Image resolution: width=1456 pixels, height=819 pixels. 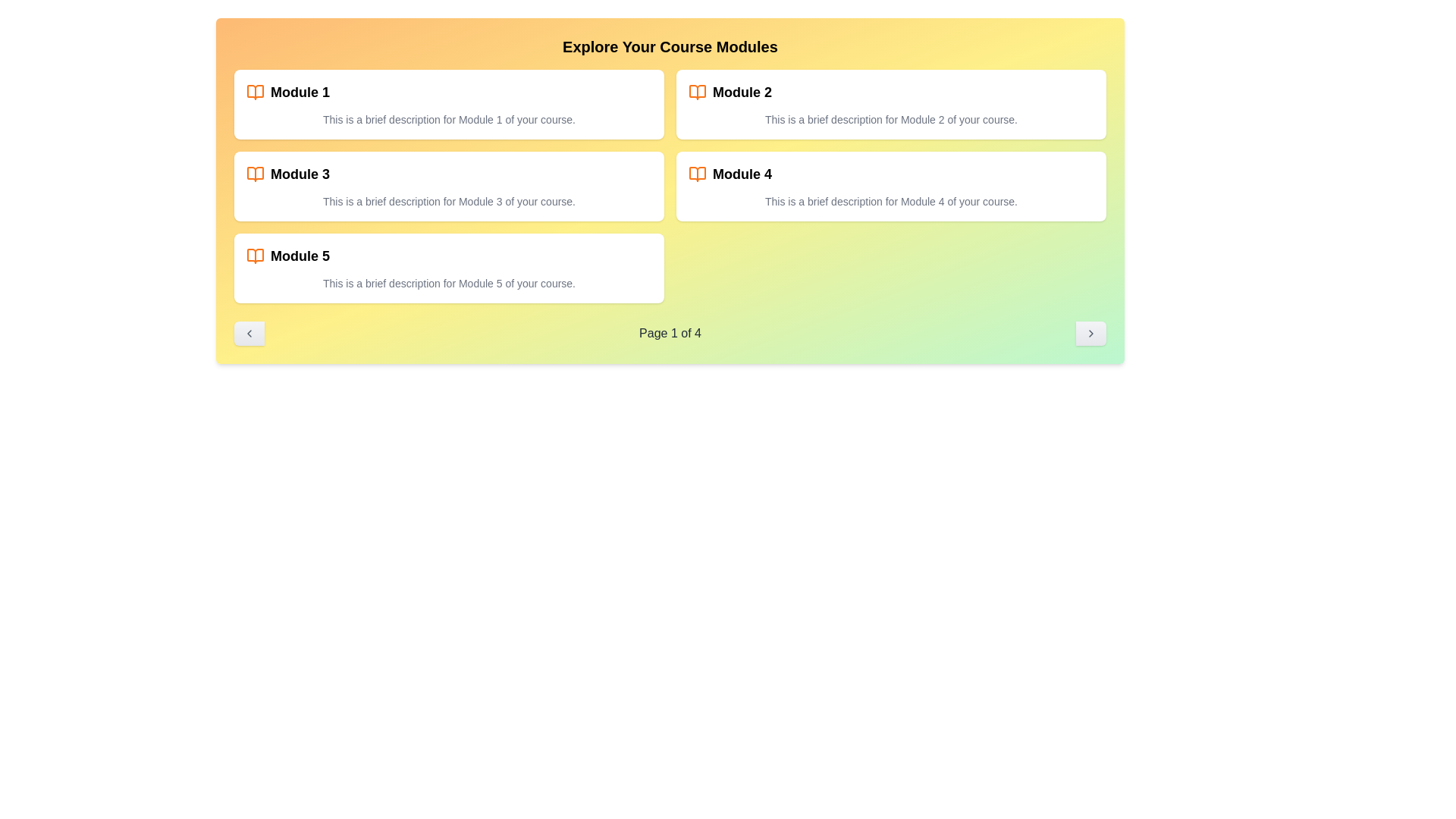 I want to click on the rightmost 'next page' button in the pagination control group, so click(x=1090, y=332).